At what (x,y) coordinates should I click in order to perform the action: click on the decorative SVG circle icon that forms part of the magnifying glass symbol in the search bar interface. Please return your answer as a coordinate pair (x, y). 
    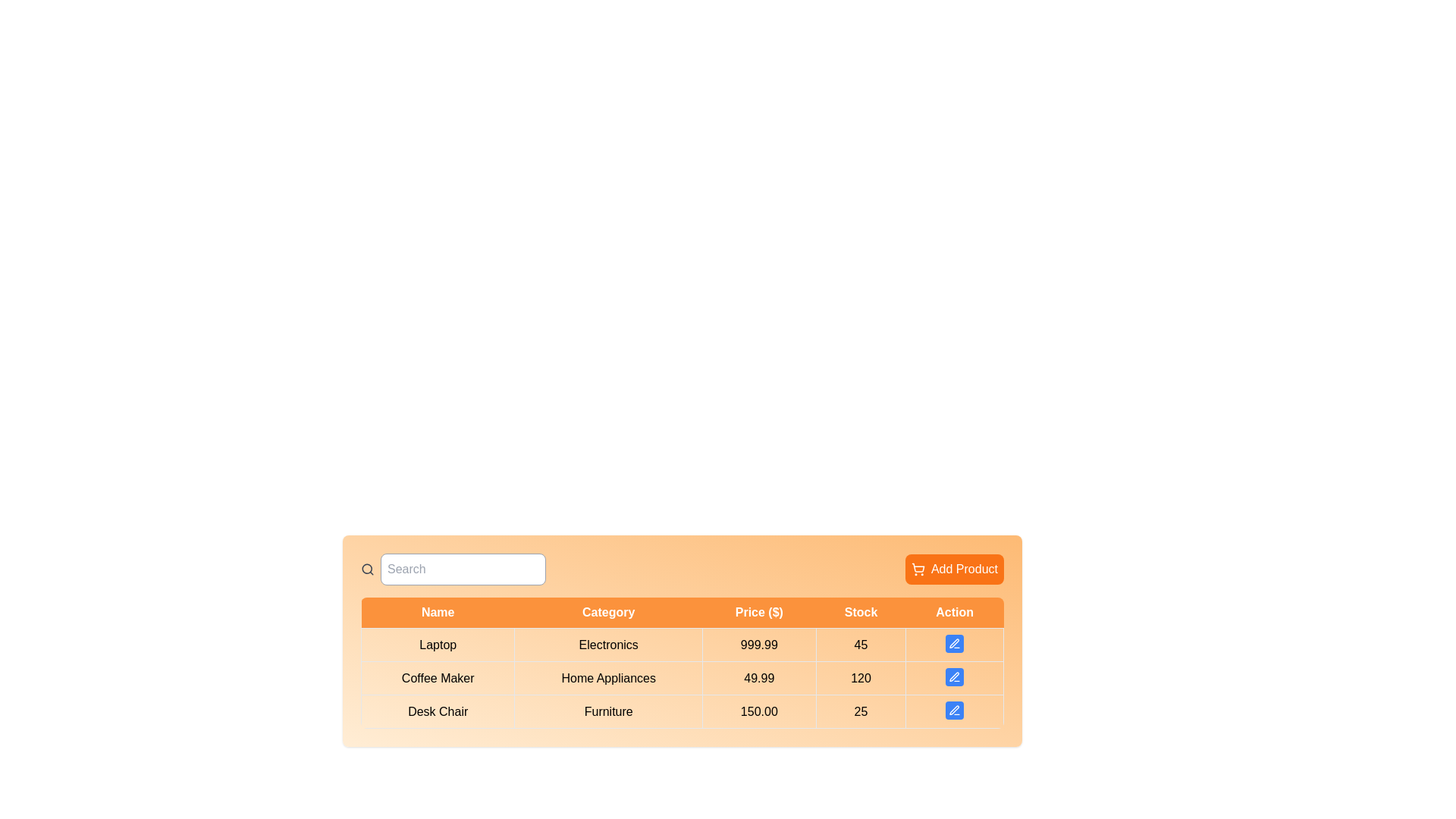
    Looking at the image, I should click on (367, 569).